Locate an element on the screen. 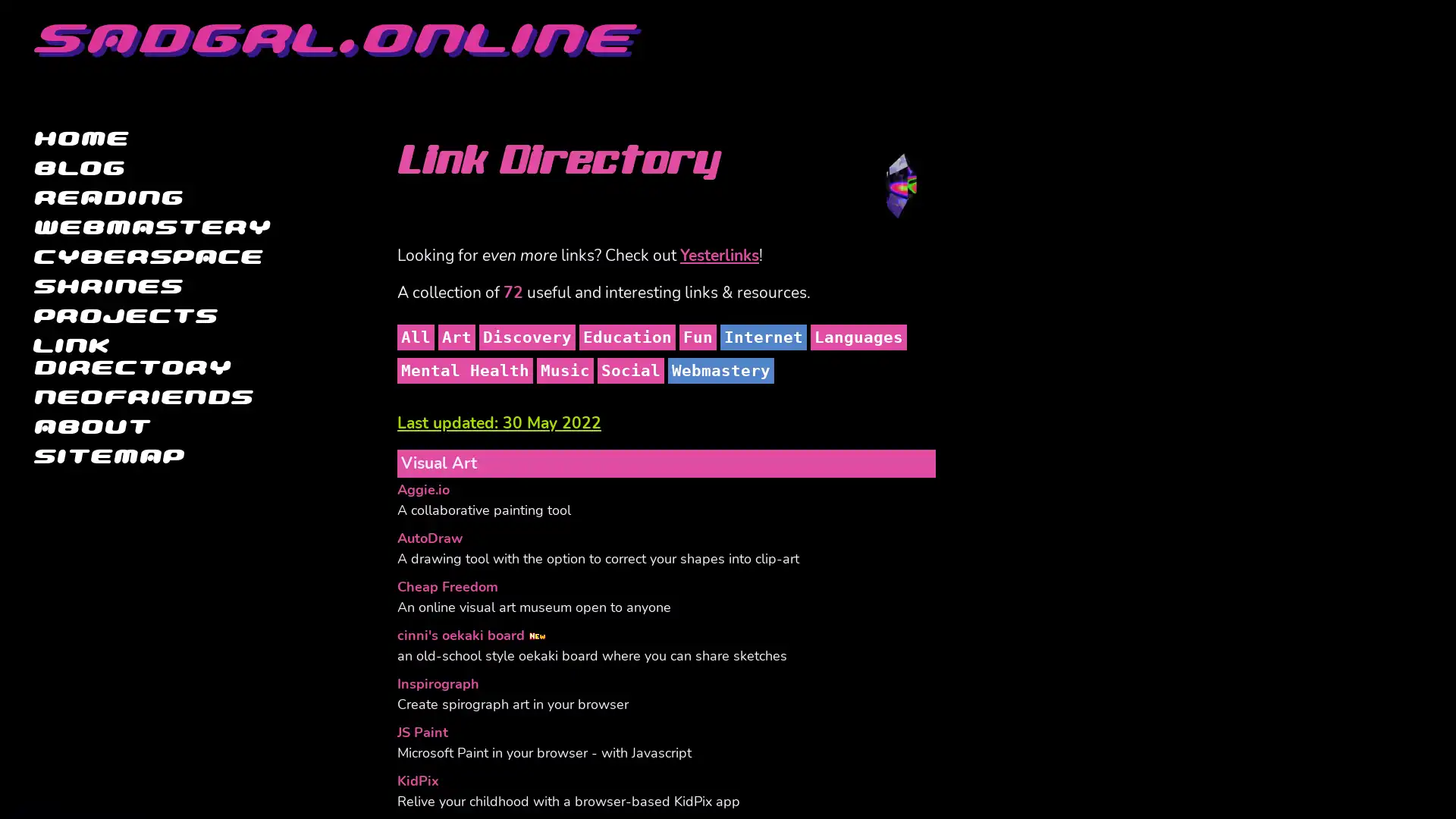 The image size is (1456, 819). Internet is located at coordinates (764, 335).